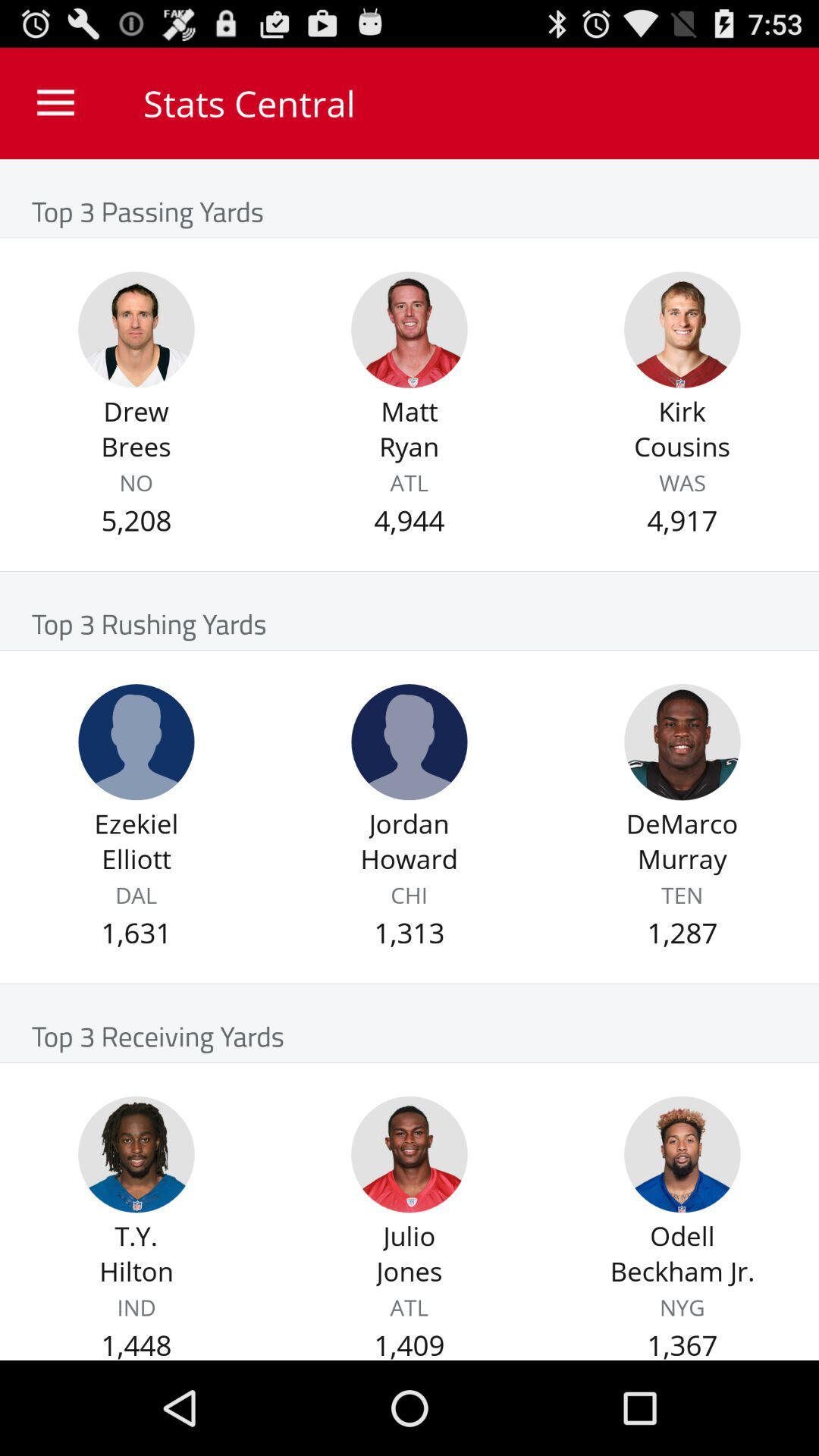  I want to click on drew brees top 3 passing yards, so click(136, 329).